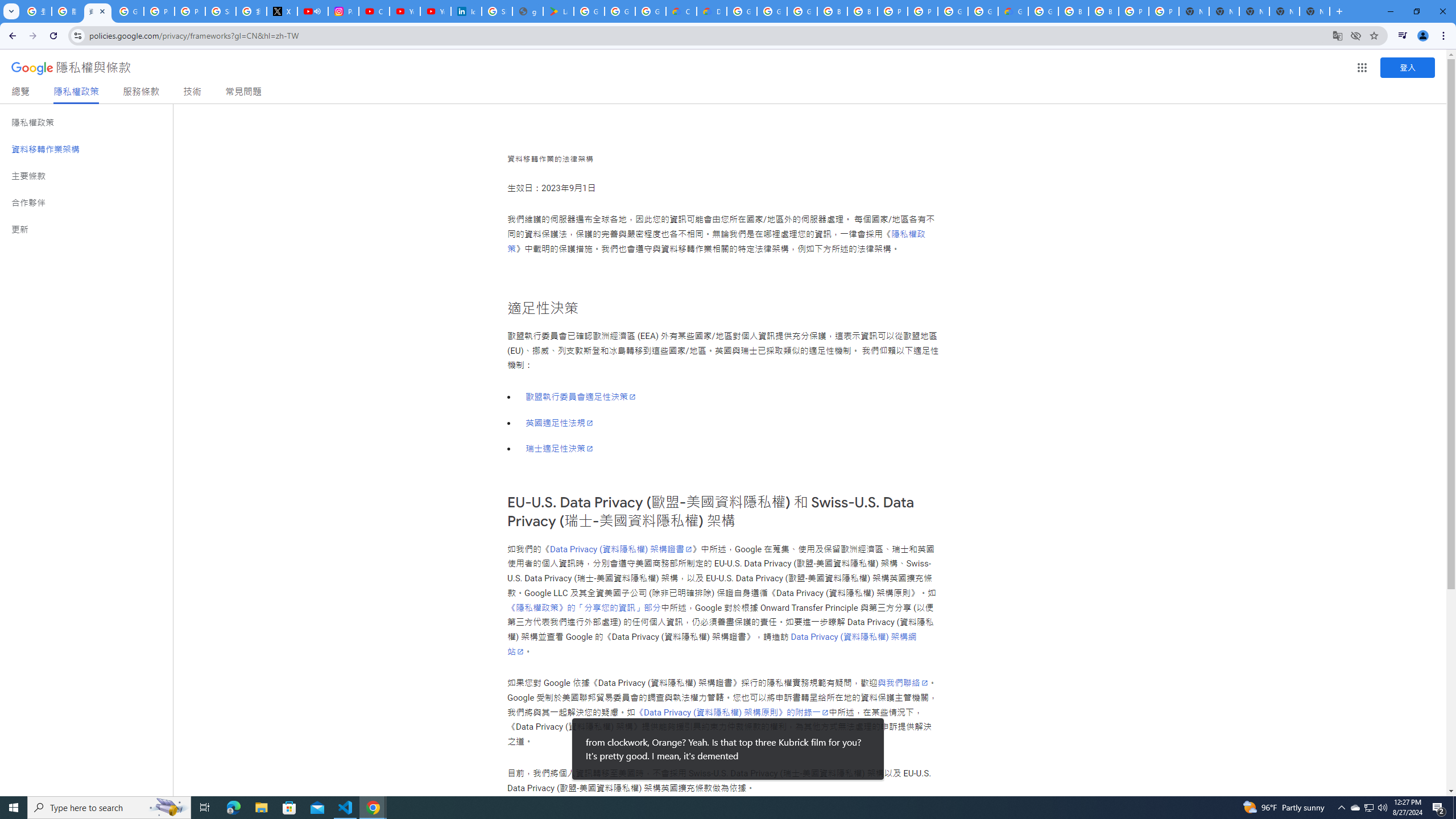  What do you see at coordinates (1314, 11) in the screenshot?
I see `'New Tab'` at bounding box center [1314, 11].